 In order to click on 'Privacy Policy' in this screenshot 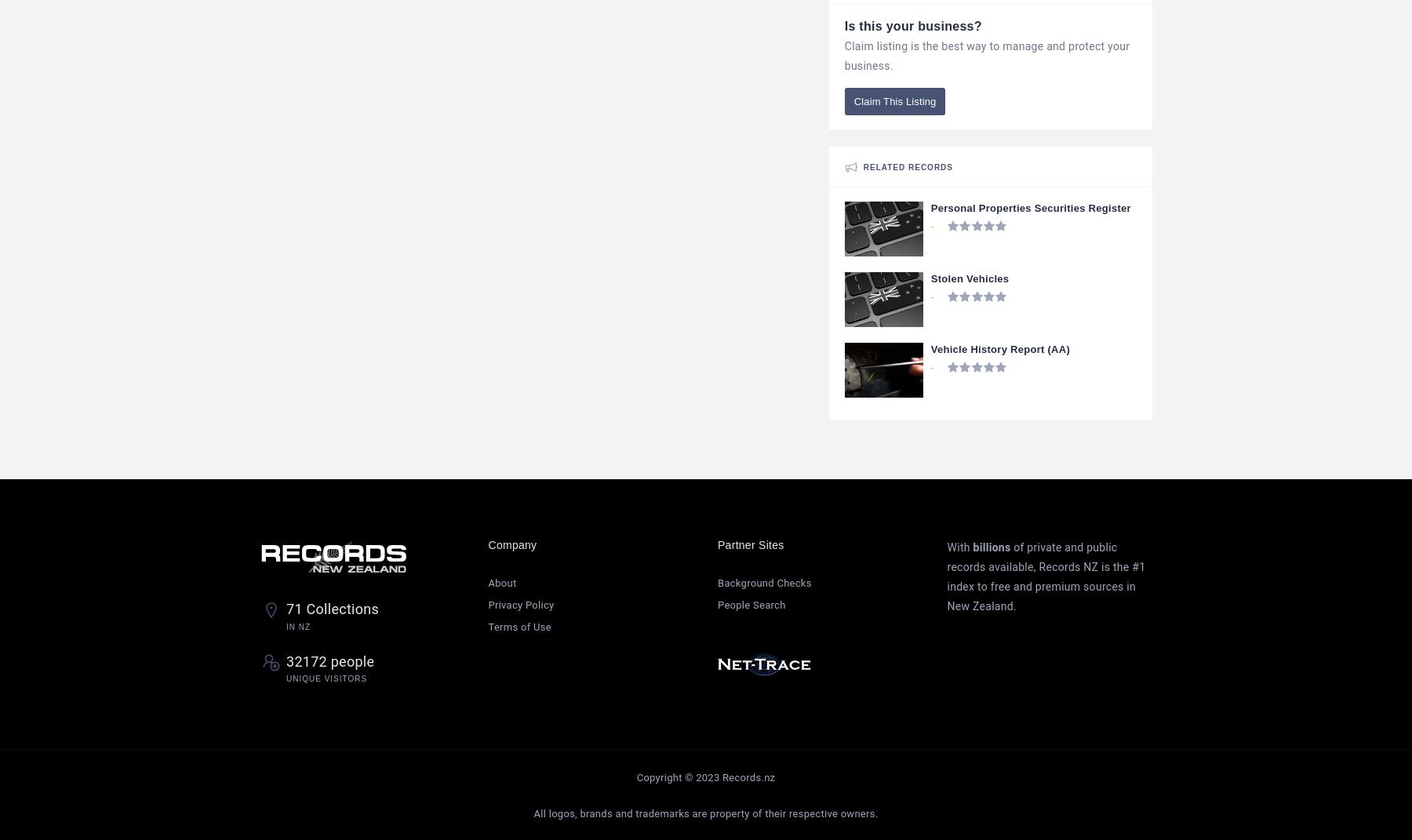, I will do `click(521, 603)`.